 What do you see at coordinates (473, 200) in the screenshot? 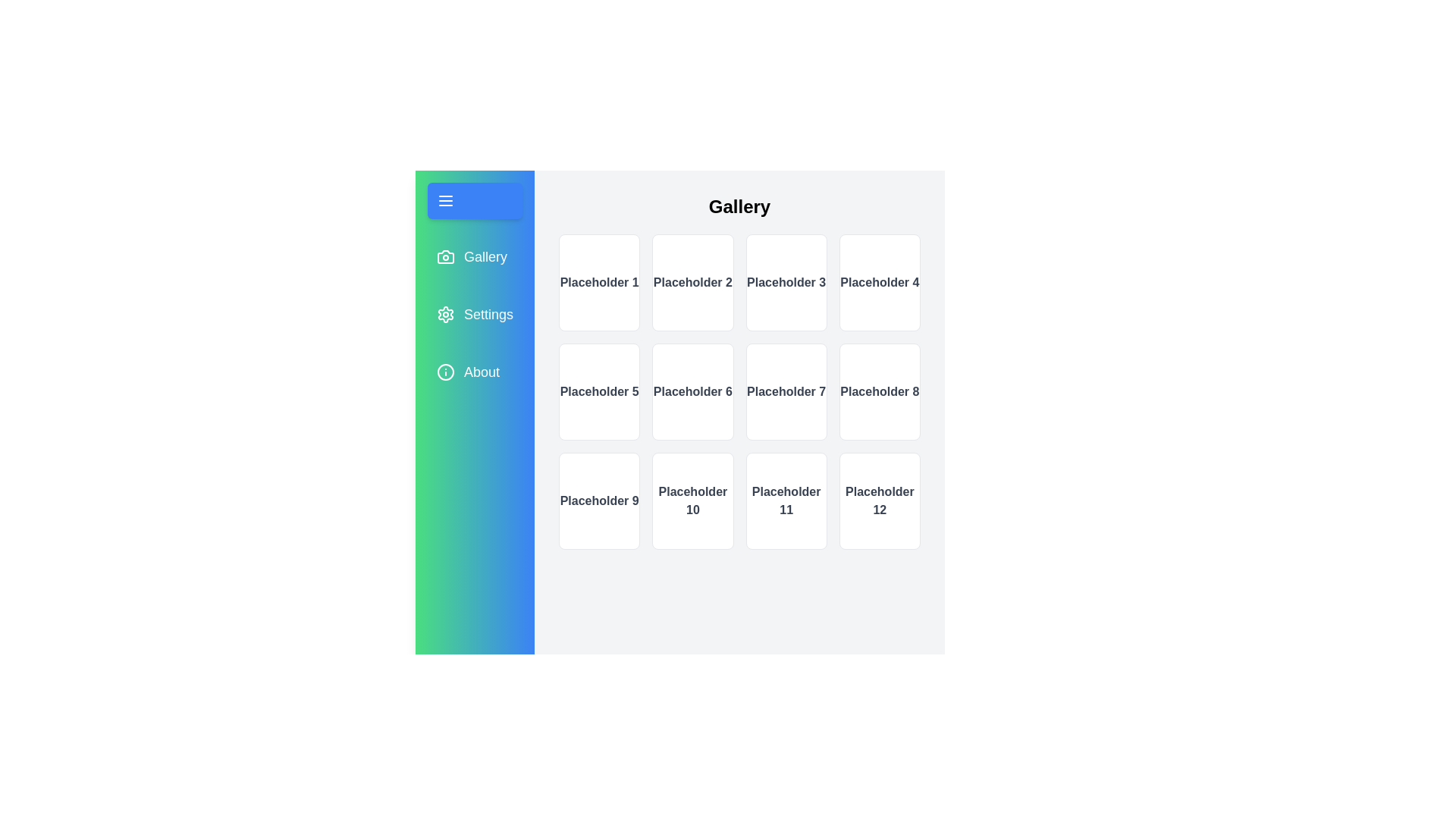
I see `the toggle button to toggle the sidebar open or closed` at bounding box center [473, 200].